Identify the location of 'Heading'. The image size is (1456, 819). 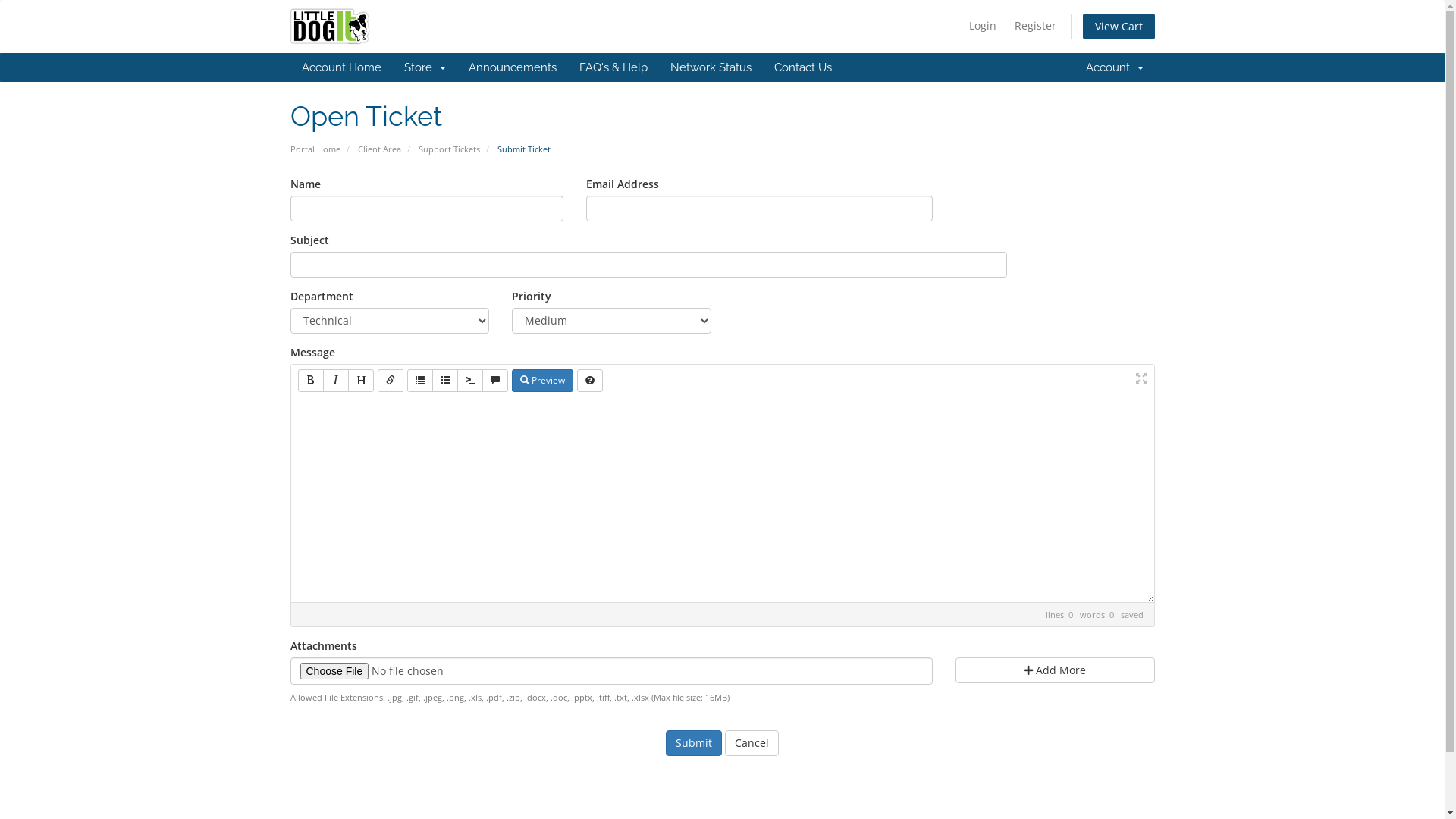
(359, 379).